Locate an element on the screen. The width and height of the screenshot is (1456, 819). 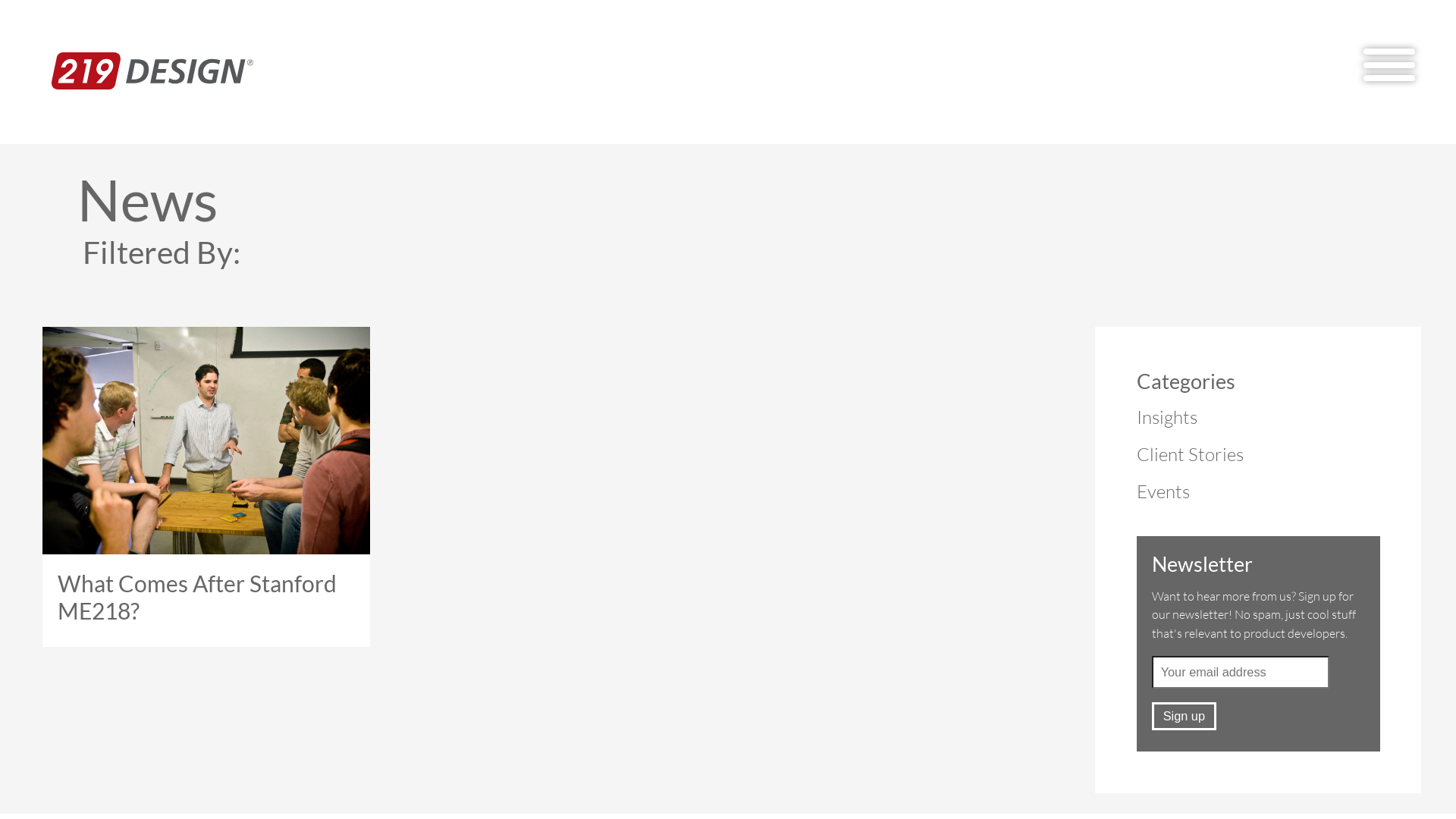
'What Comes After Stanford ME218?' is located at coordinates (35, 486).